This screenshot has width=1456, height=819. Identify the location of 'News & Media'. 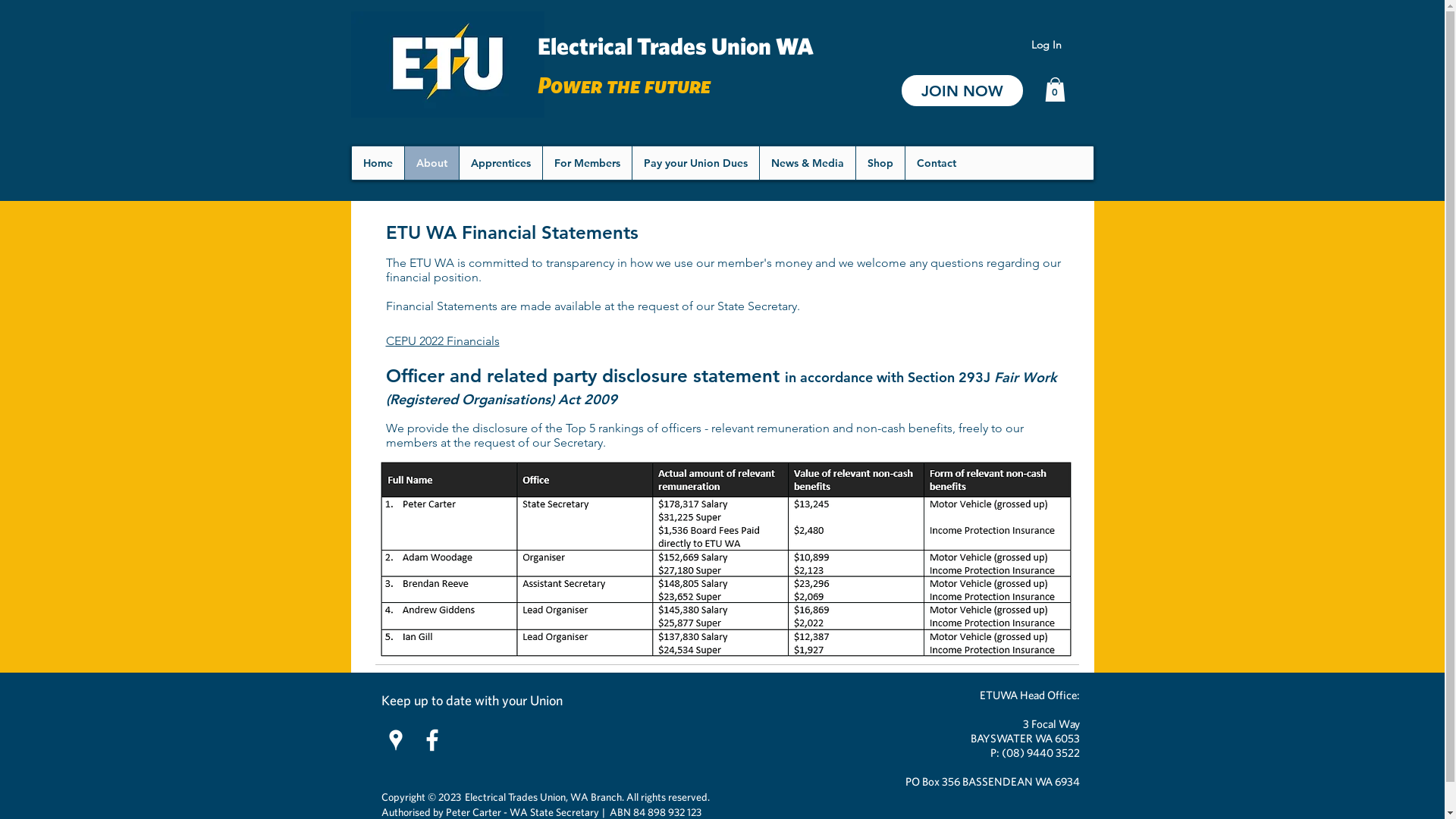
(805, 163).